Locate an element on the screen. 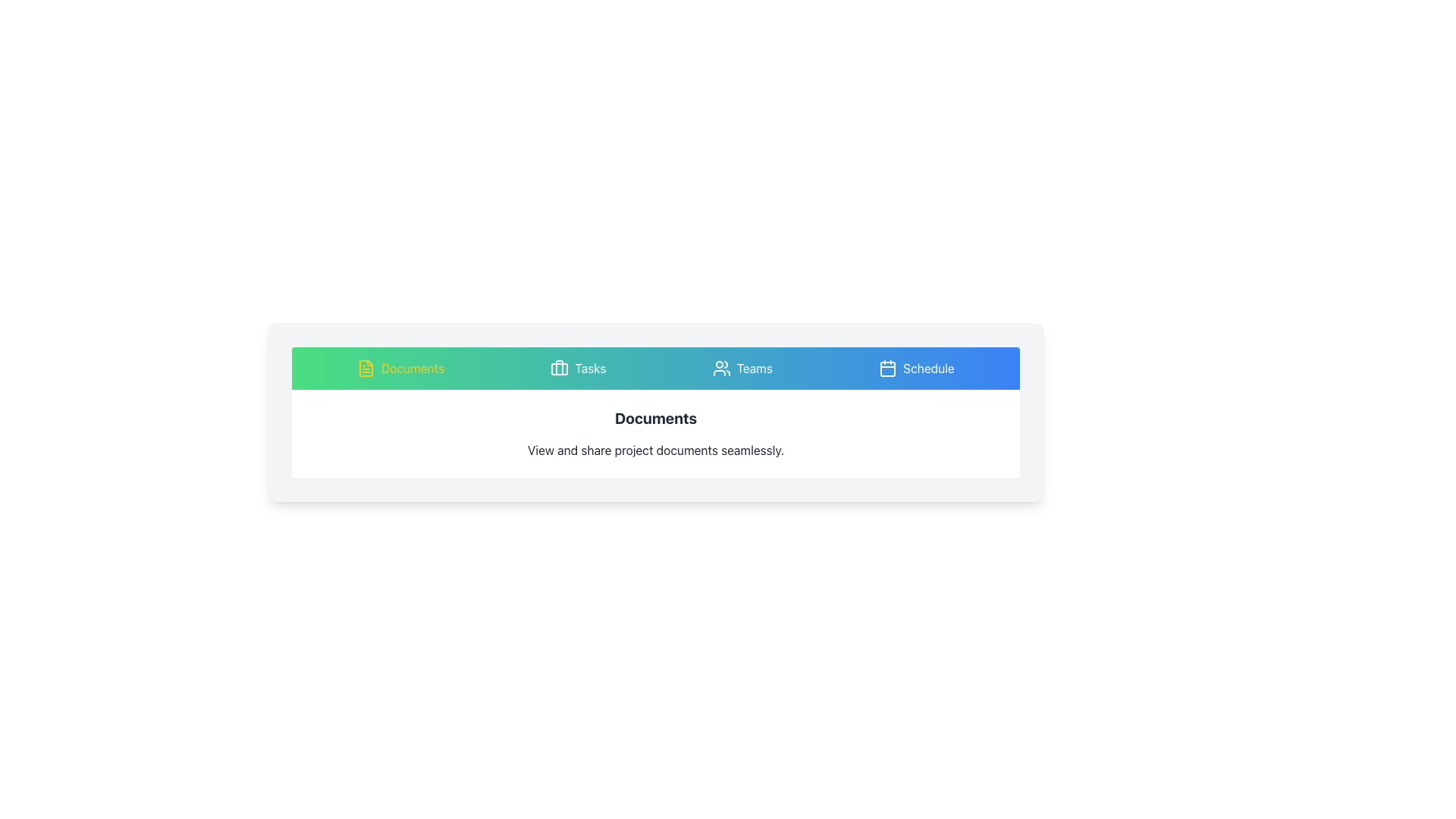 This screenshot has height=819, width=1456. the first Interactive Menu Tab labeled 'Documents' is located at coordinates (400, 369).